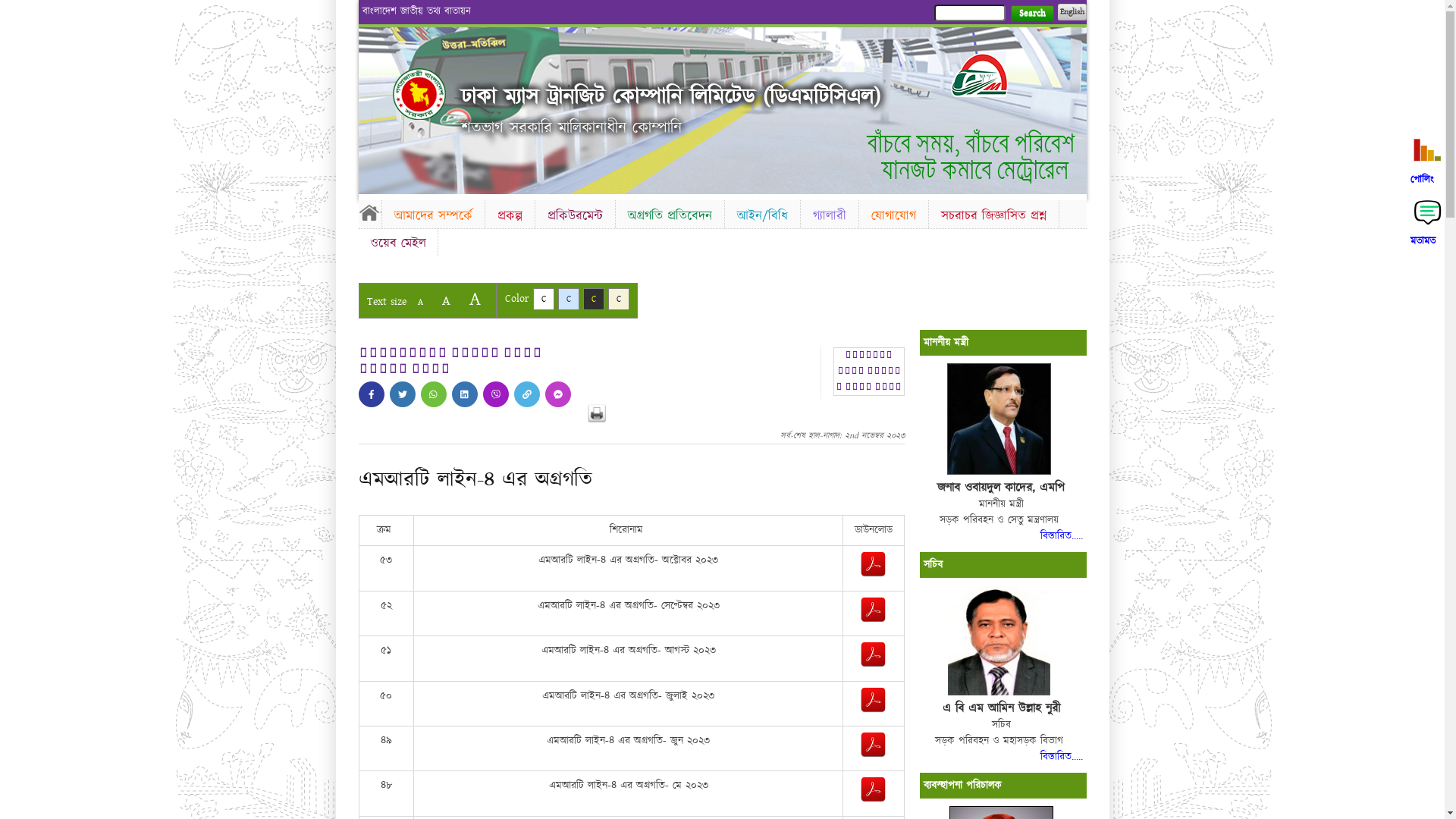 This screenshot has width=1456, height=819. I want to click on 'A', so click(460, 299).